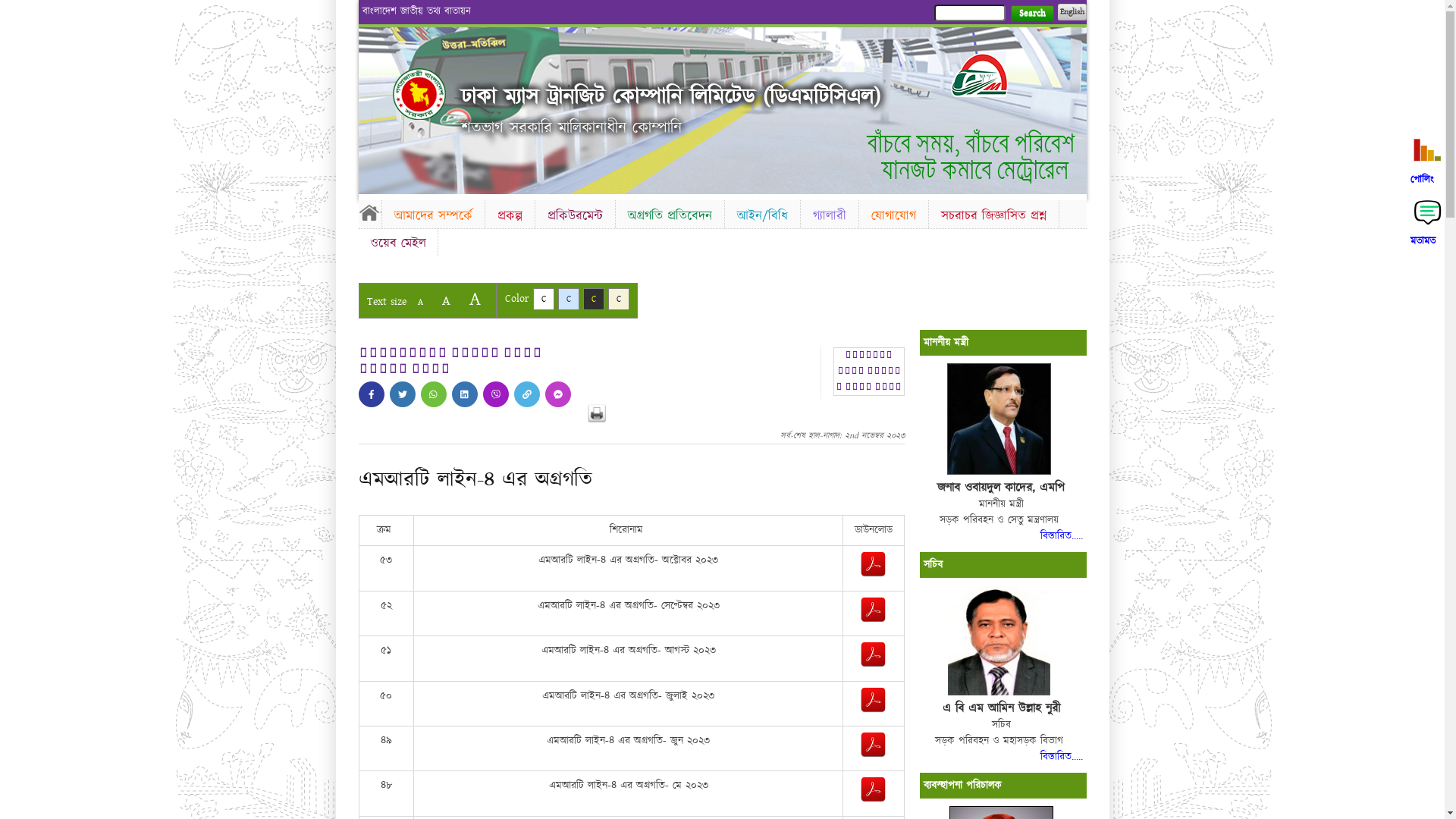 This screenshot has width=1456, height=819. I want to click on 'A', so click(460, 299).